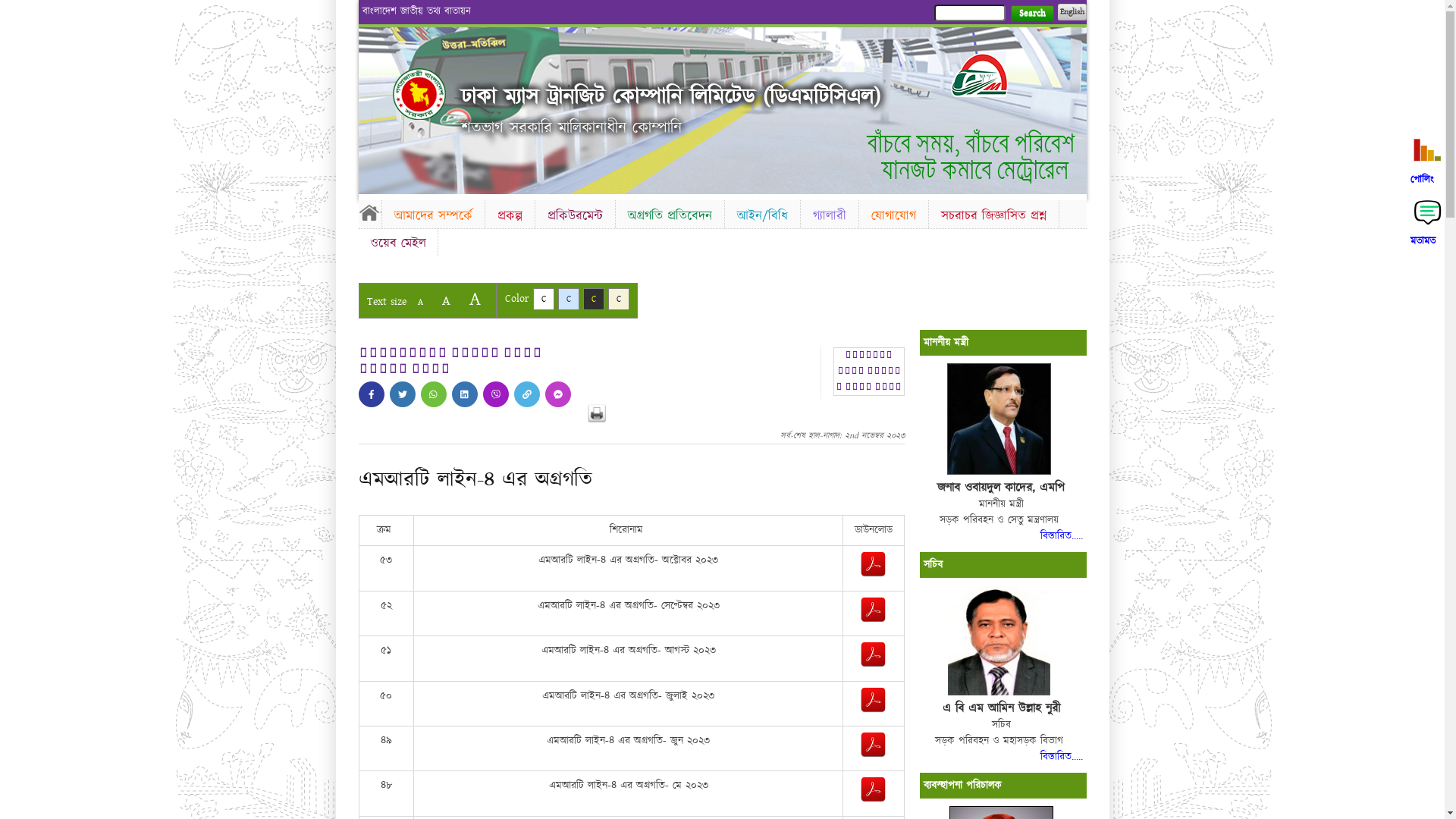 This screenshot has width=1456, height=819. I want to click on 'A', so click(460, 299).